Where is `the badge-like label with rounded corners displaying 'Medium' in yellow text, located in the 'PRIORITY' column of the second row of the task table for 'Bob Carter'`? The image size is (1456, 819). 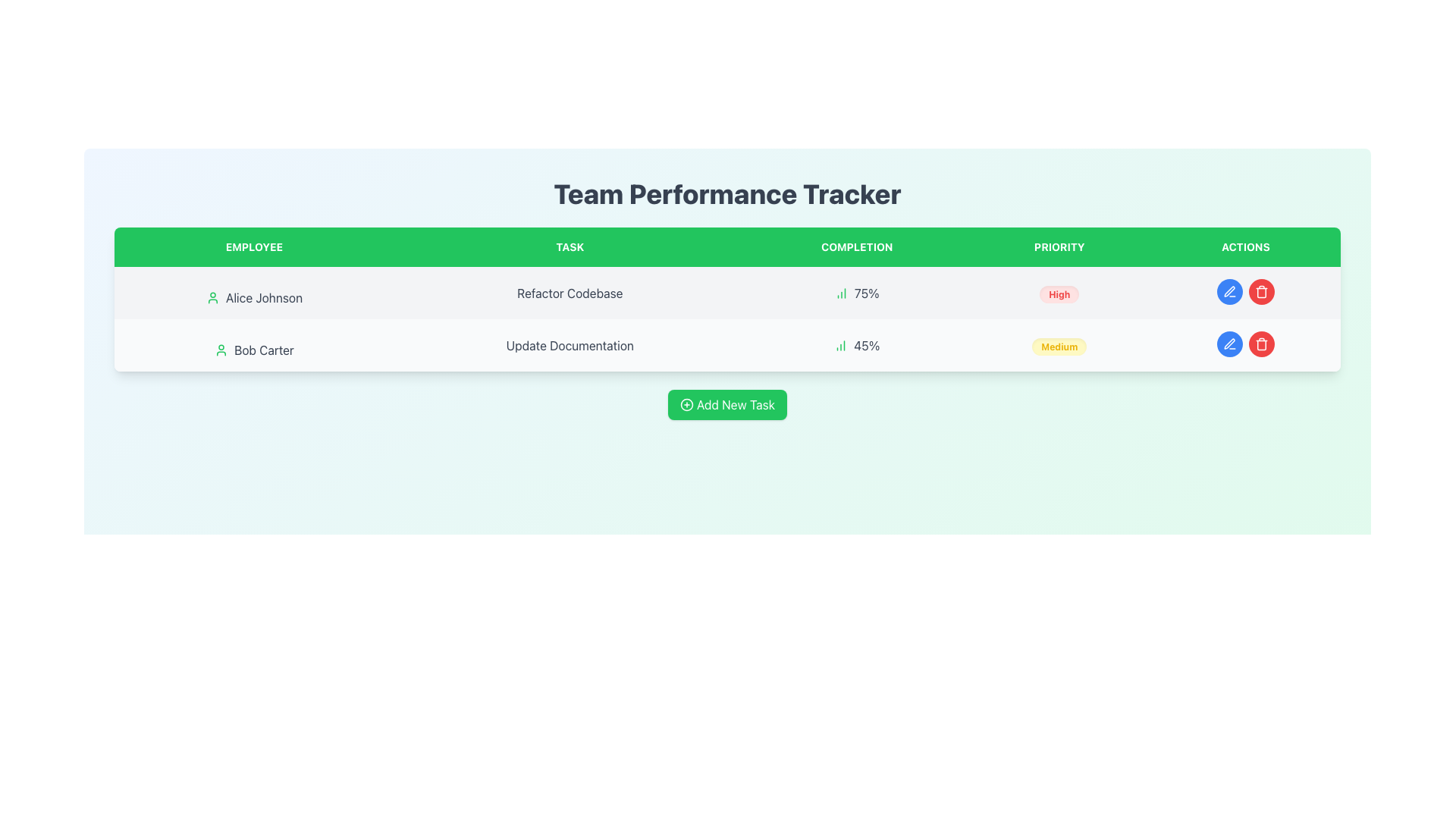 the badge-like label with rounded corners displaying 'Medium' in yellow text, located in the 'PRIORITY' column of the second row of the task table for 'Bob Carter' is located at coordinates (1059, 346).